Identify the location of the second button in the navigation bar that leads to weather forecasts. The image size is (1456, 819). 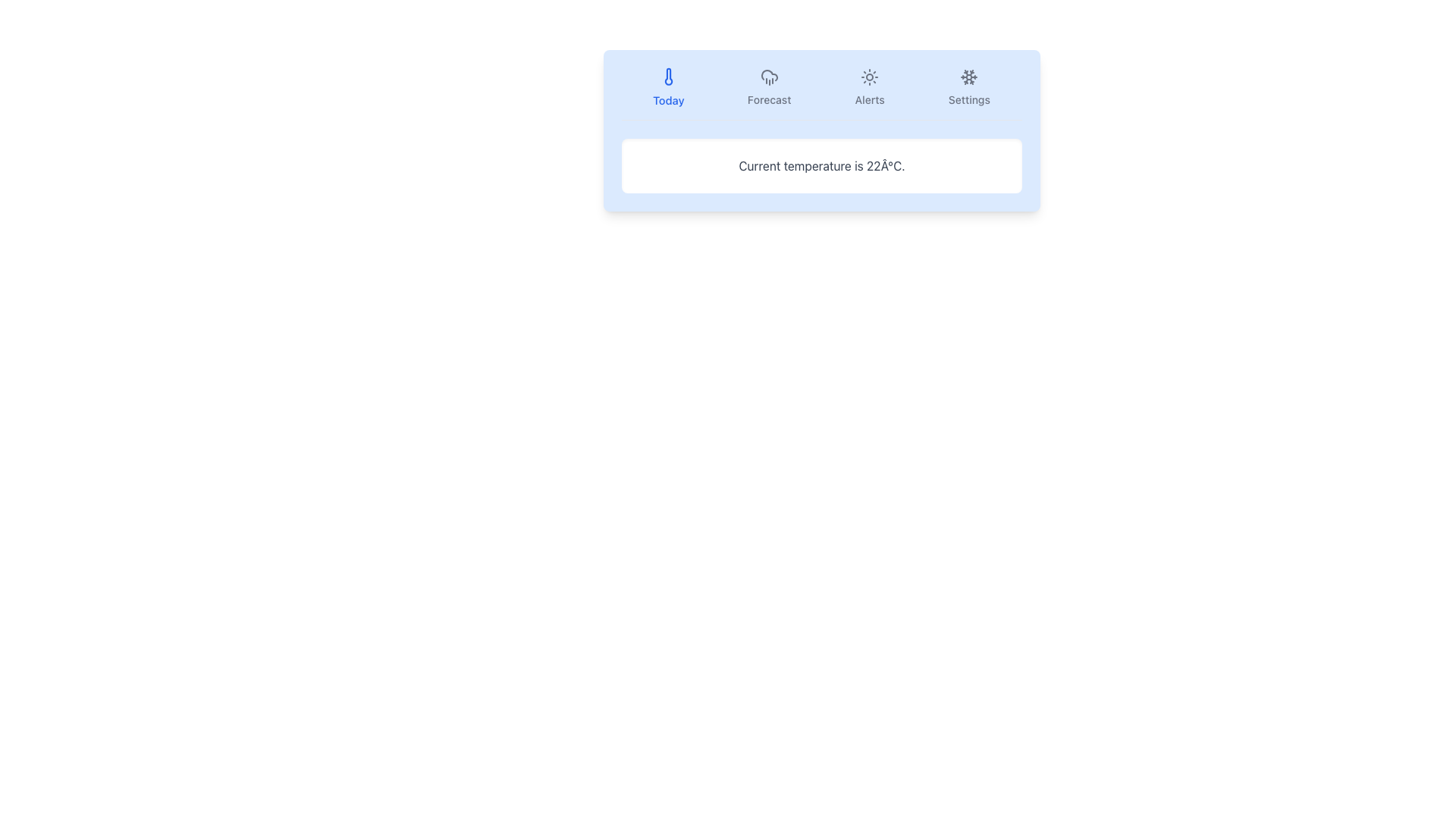
(769, 87).